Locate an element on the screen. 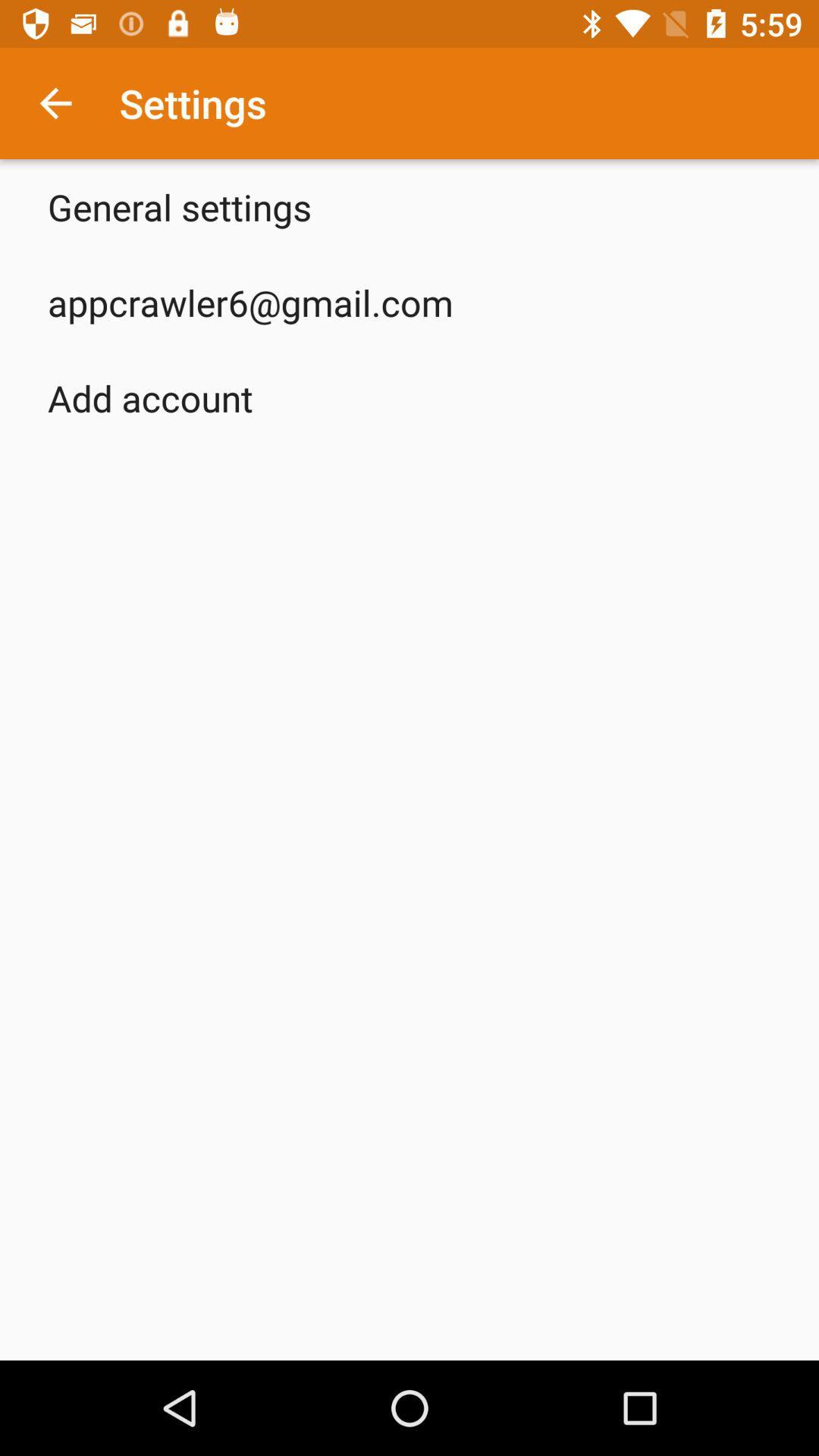 The image size is (819, 1456). app below general settings is located at coordinates (249, 302).